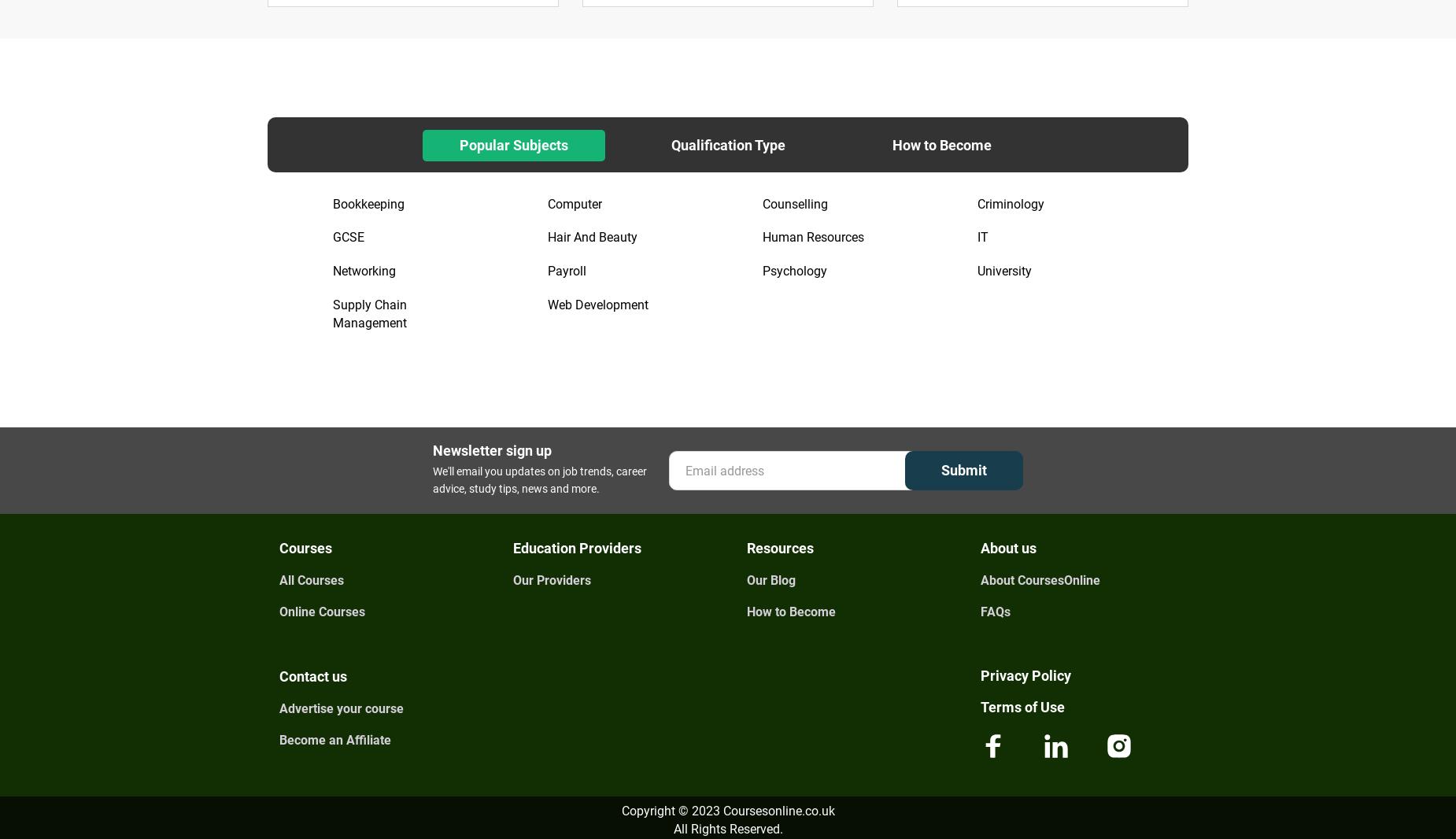  I want to click on 'FAQs', so click(979, 611).